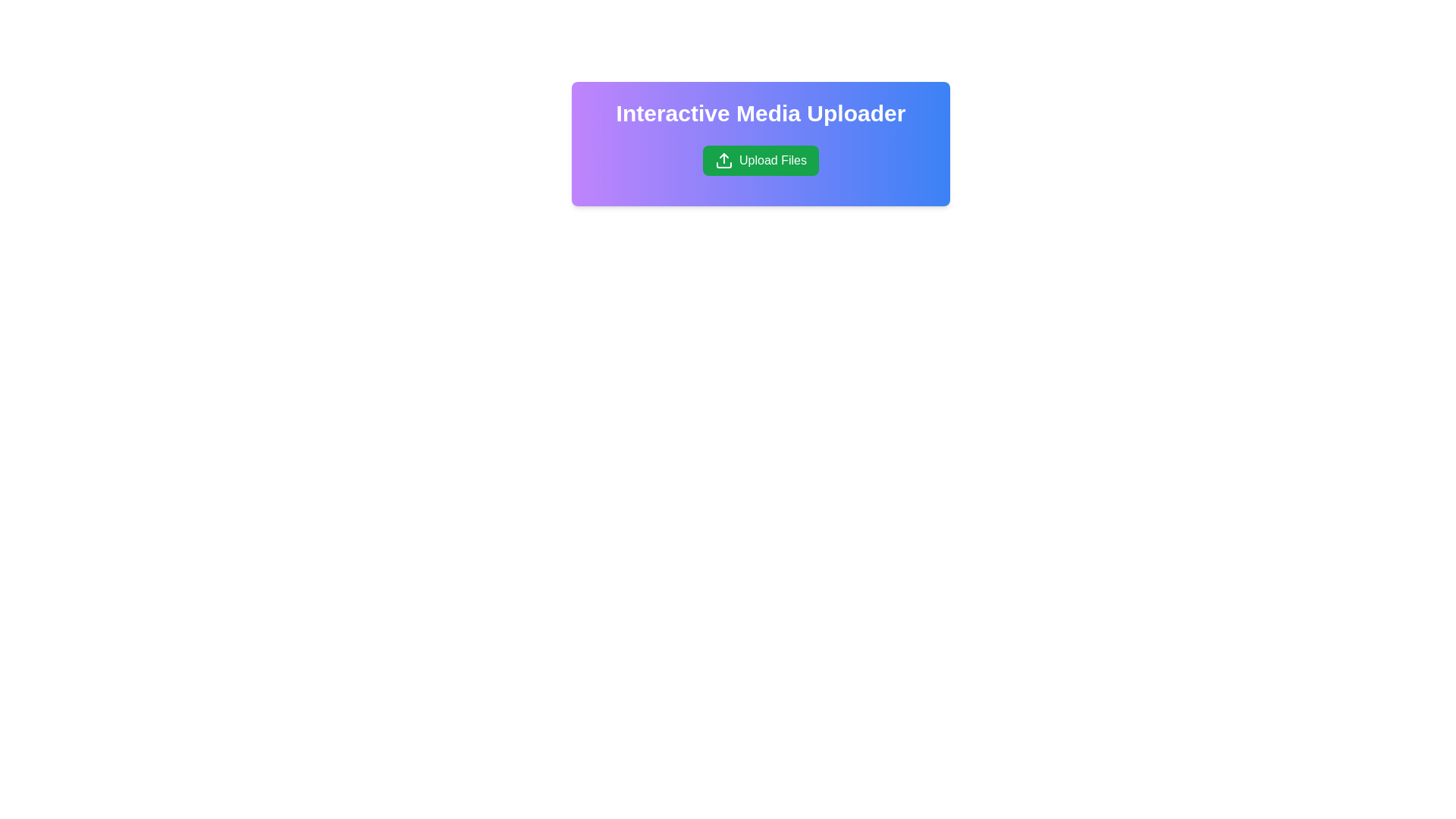 The width and height of the screenshot is (1456, 819). Describe the element at coordinates (761, 113) in the screenshot. I see `the Text display element (Heading) which serves as the title for the section indicating the area for uploading interactive media` at that location.